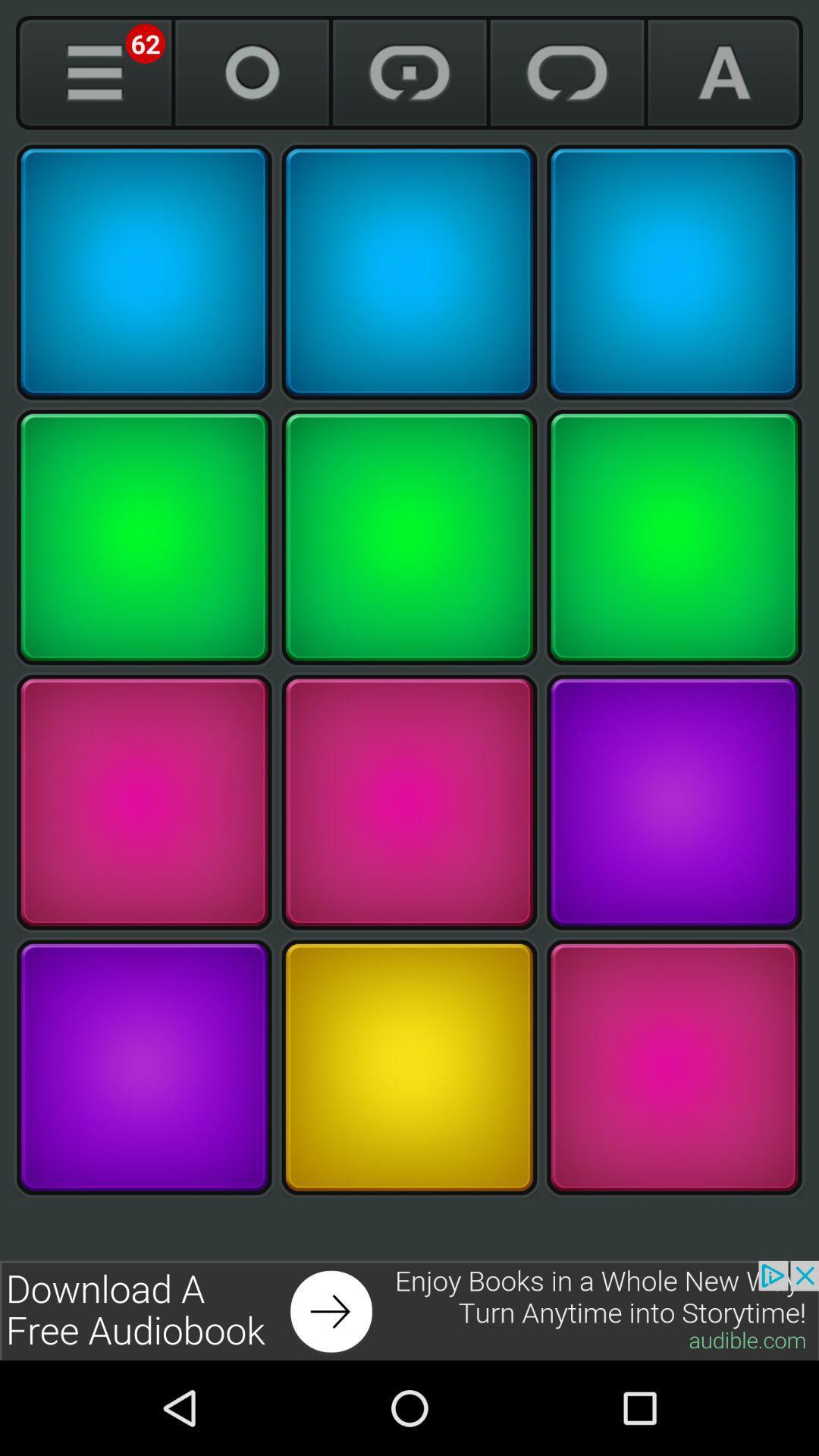  I want to click on click the grid, so click(673, 272).